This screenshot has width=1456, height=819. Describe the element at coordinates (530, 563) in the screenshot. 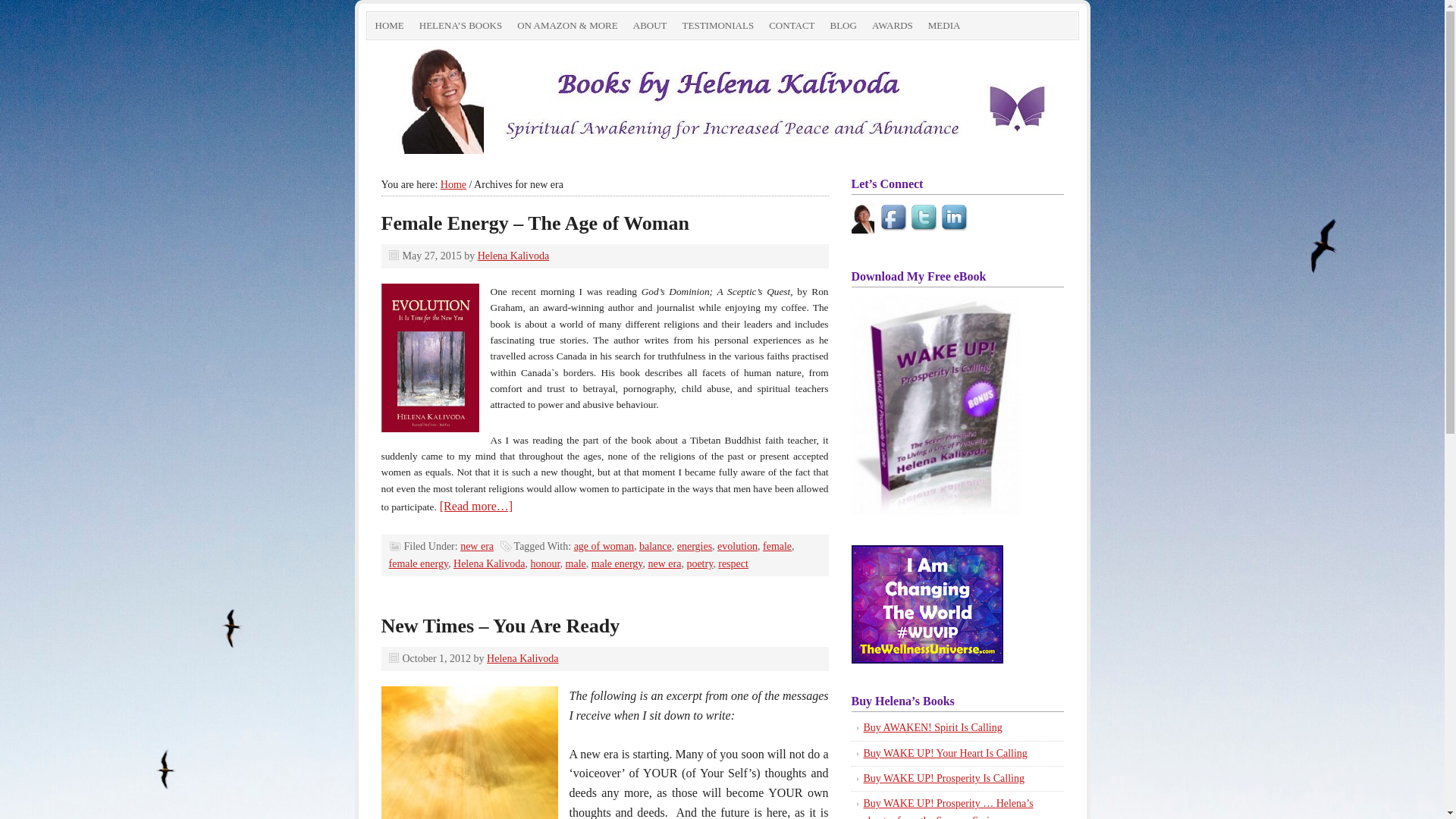

I see `'honour'` at that location.